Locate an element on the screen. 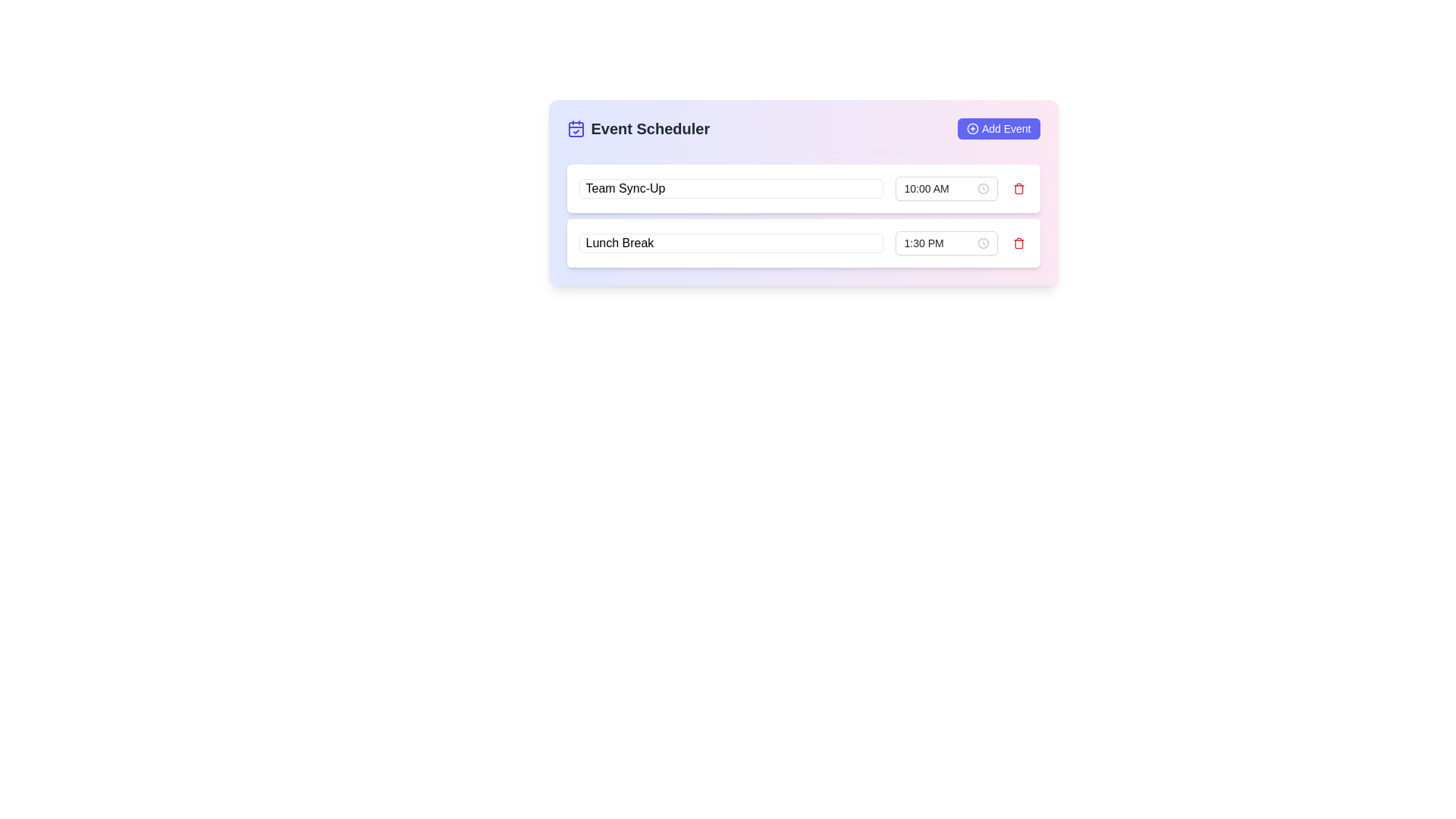  text label that says 'Add Event' which is displayed in white font on a purple background, located within the button component in the top-right corner of the interface is located at coordinates (1006, 127).